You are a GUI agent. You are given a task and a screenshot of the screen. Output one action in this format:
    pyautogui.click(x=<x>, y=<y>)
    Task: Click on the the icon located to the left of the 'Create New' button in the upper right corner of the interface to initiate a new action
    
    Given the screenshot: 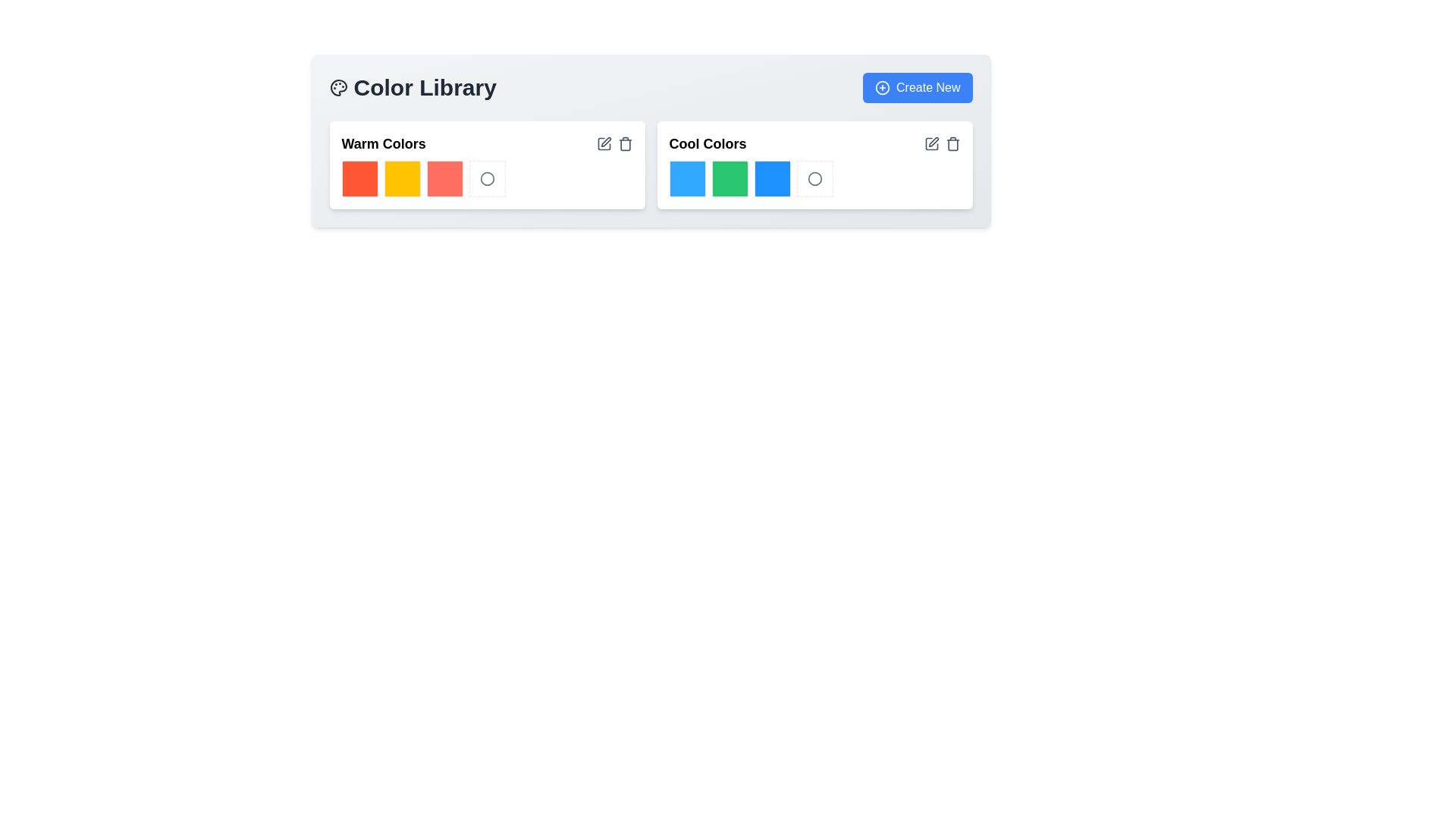 What is the action you would take?
    pyautogui.click(x=883, y=87)
    